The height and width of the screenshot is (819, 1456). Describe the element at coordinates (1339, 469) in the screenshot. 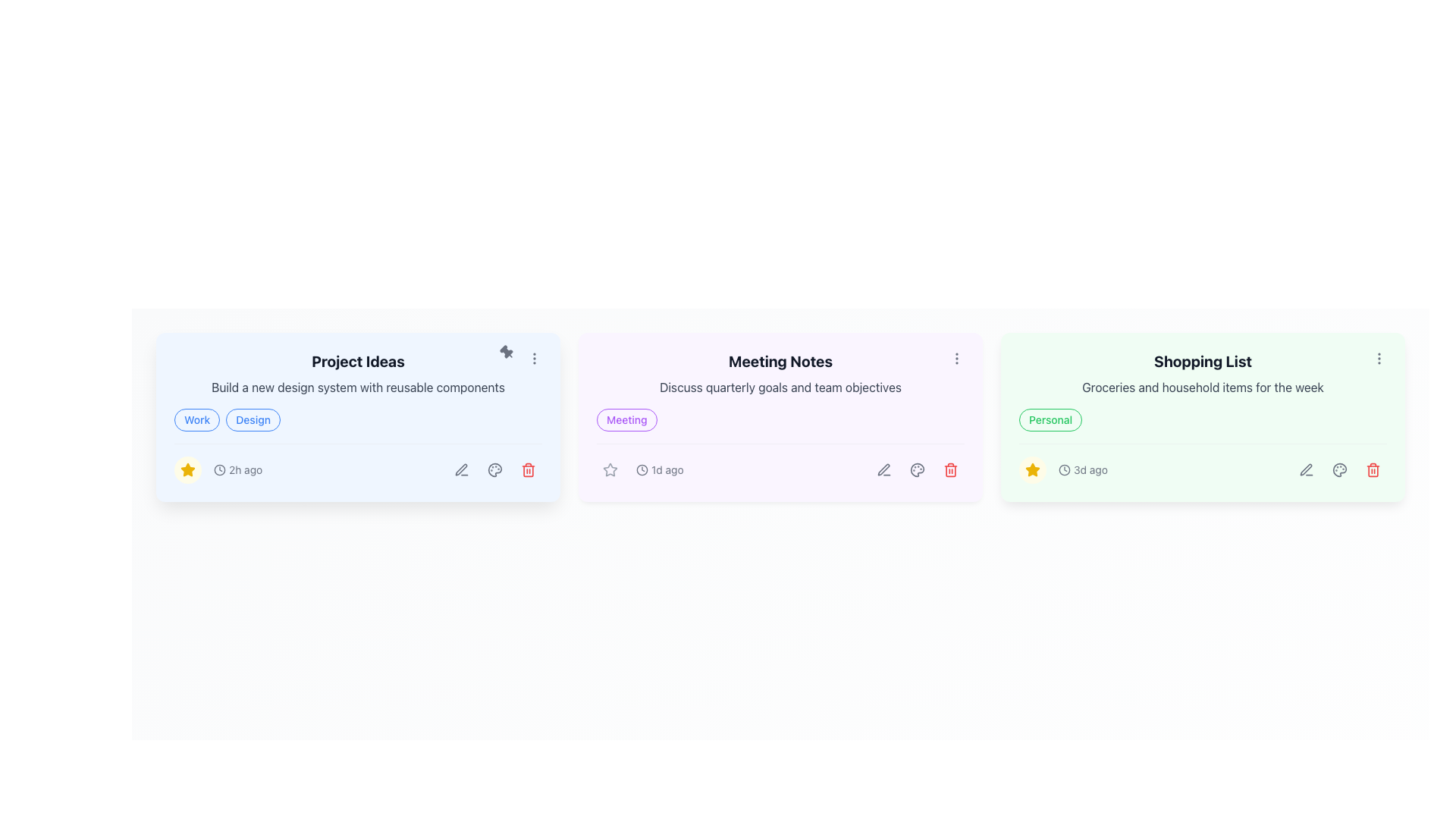

I see `the painter's palette icon located at the bottom right corner of the 'Shopping List' card` at that location.